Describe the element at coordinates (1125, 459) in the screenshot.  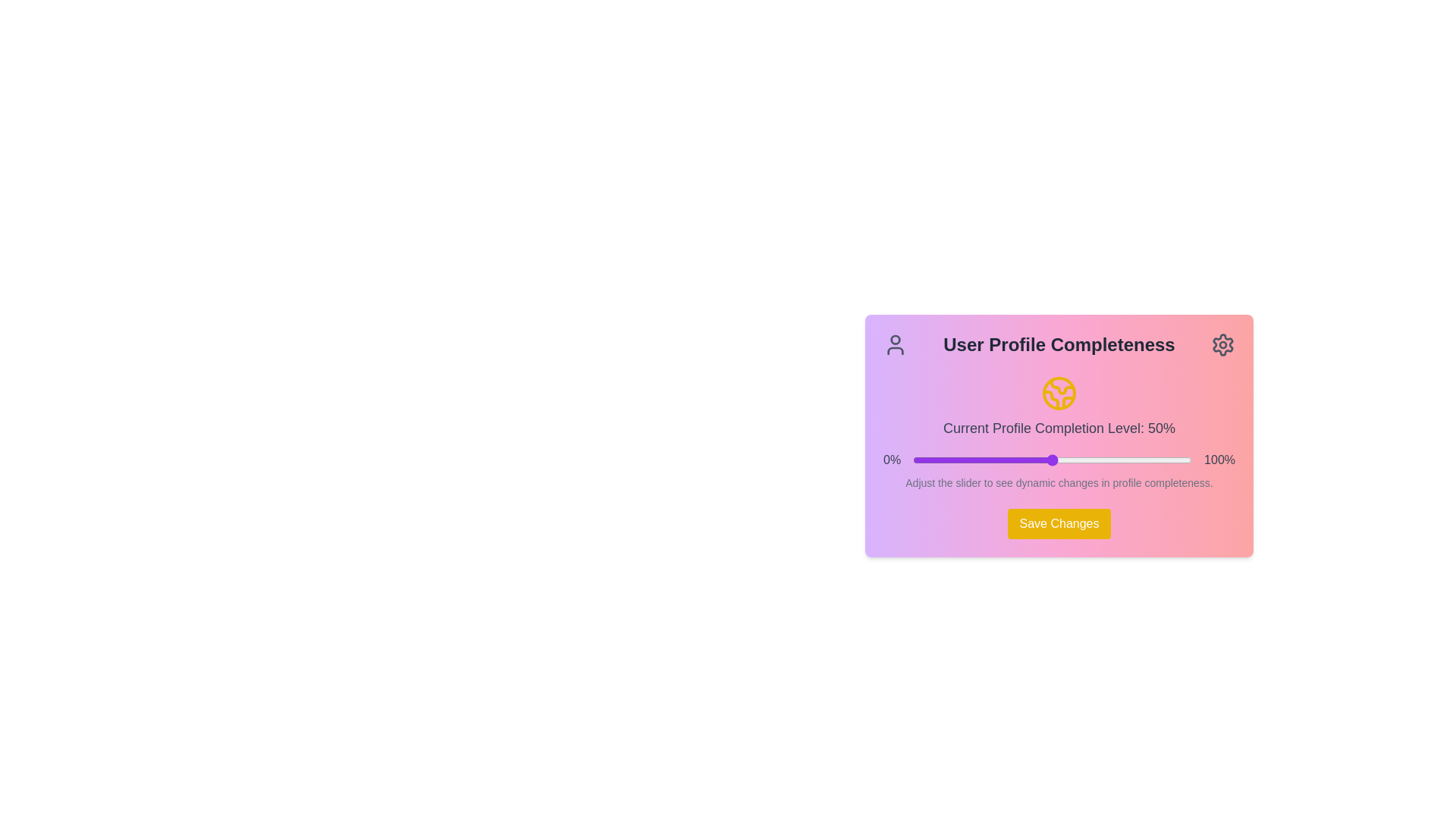
I see `the profile completeness level` at that location.